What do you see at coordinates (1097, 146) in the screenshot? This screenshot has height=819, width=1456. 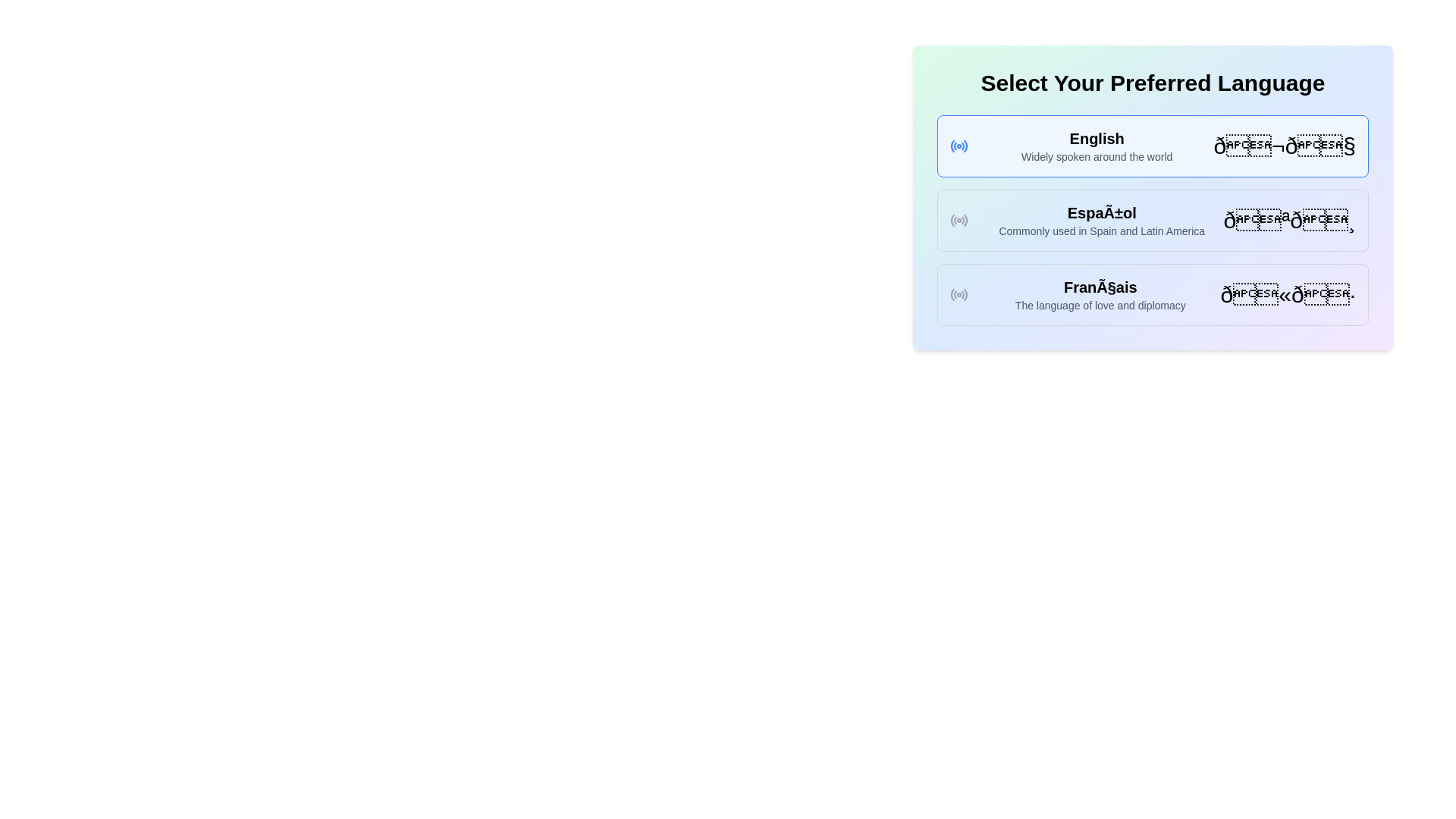 I see `the text element that displays 'English' and its subtitle 'Widely spoken around the world', located directly below 'Select Your Preferred Language'` at bounding box center [1097, 146].